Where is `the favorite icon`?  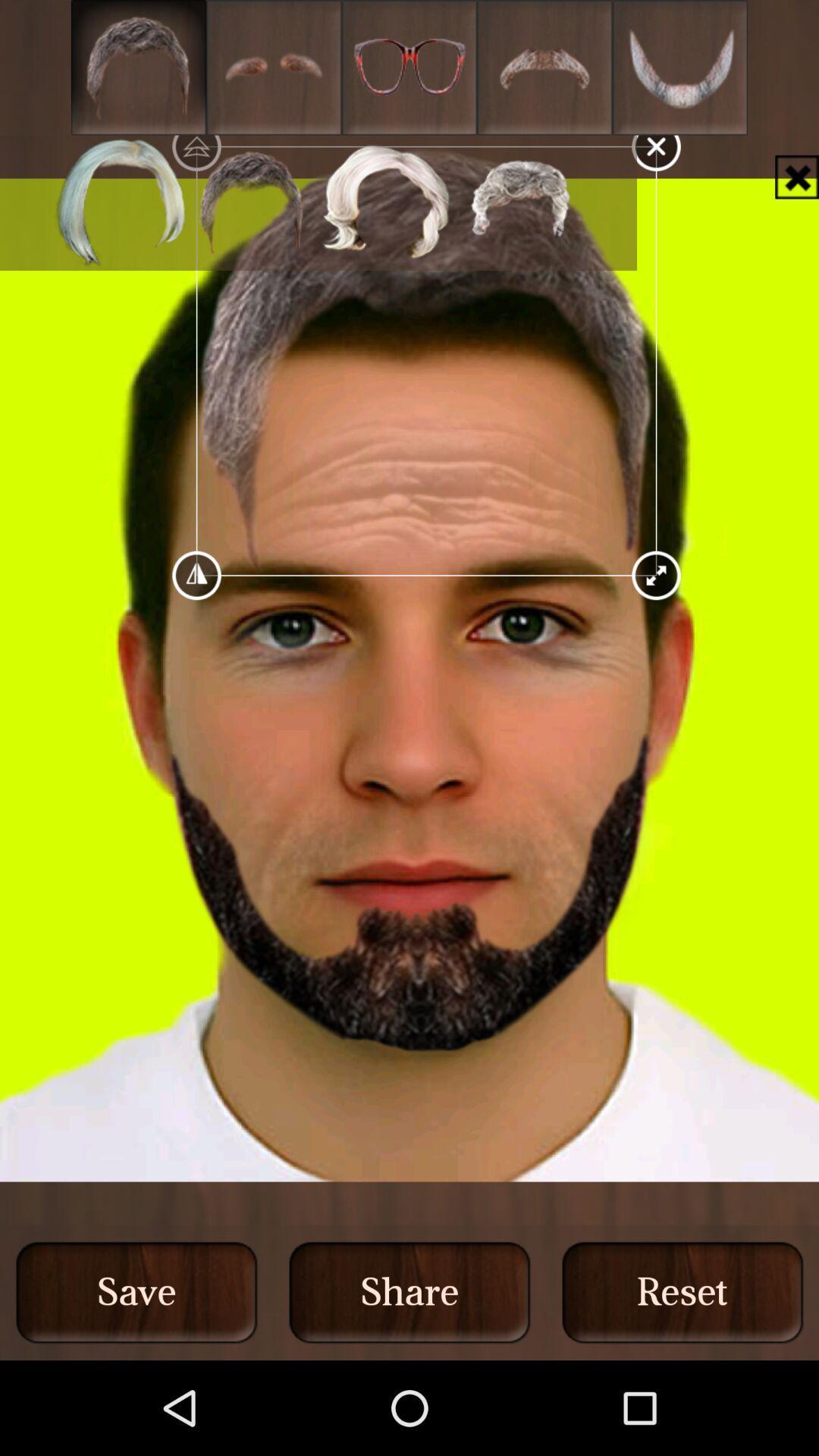 the favorite icon is located at coordinates (409, 71).